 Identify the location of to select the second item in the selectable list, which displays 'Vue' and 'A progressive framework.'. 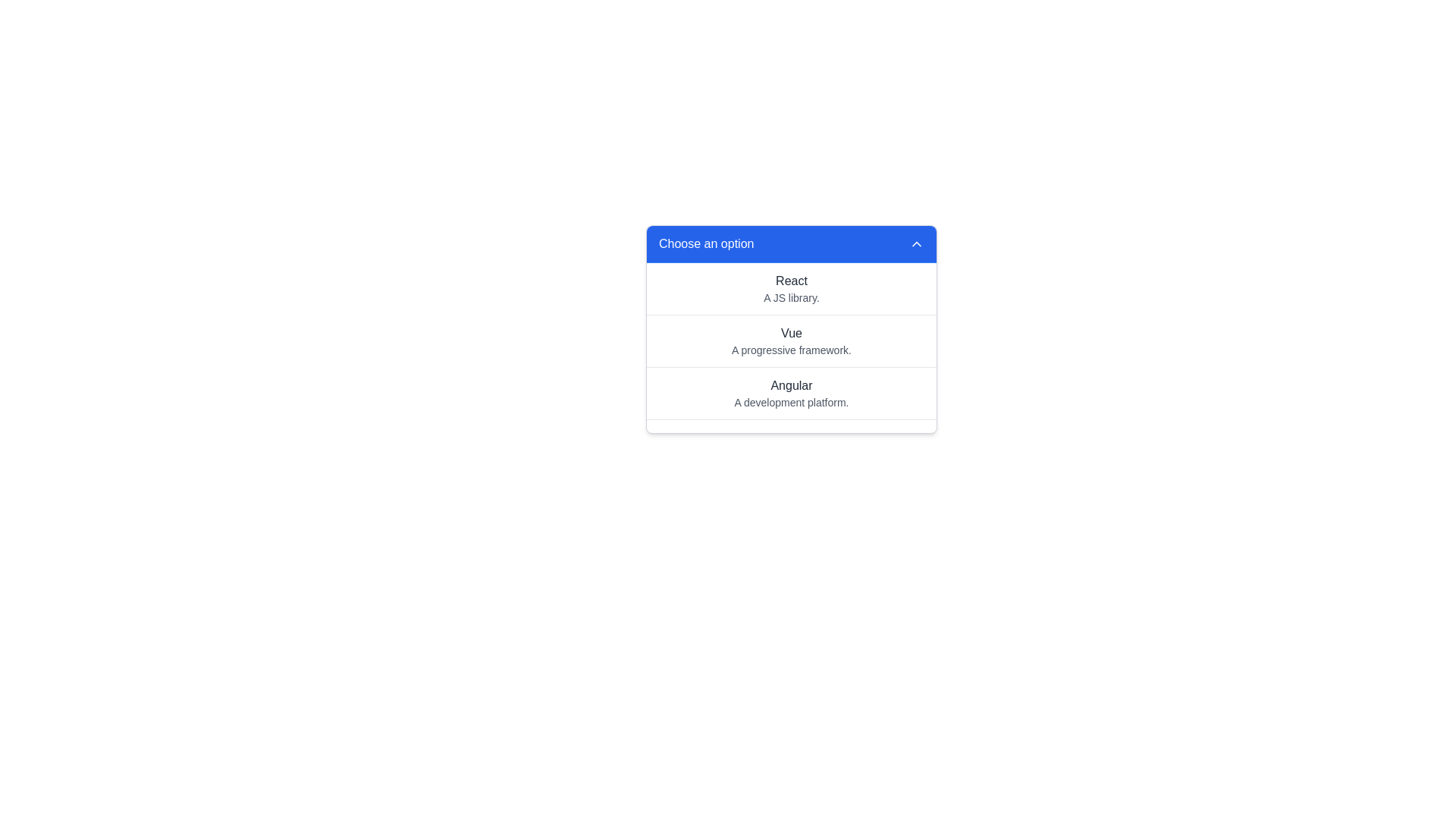
(790, 339).